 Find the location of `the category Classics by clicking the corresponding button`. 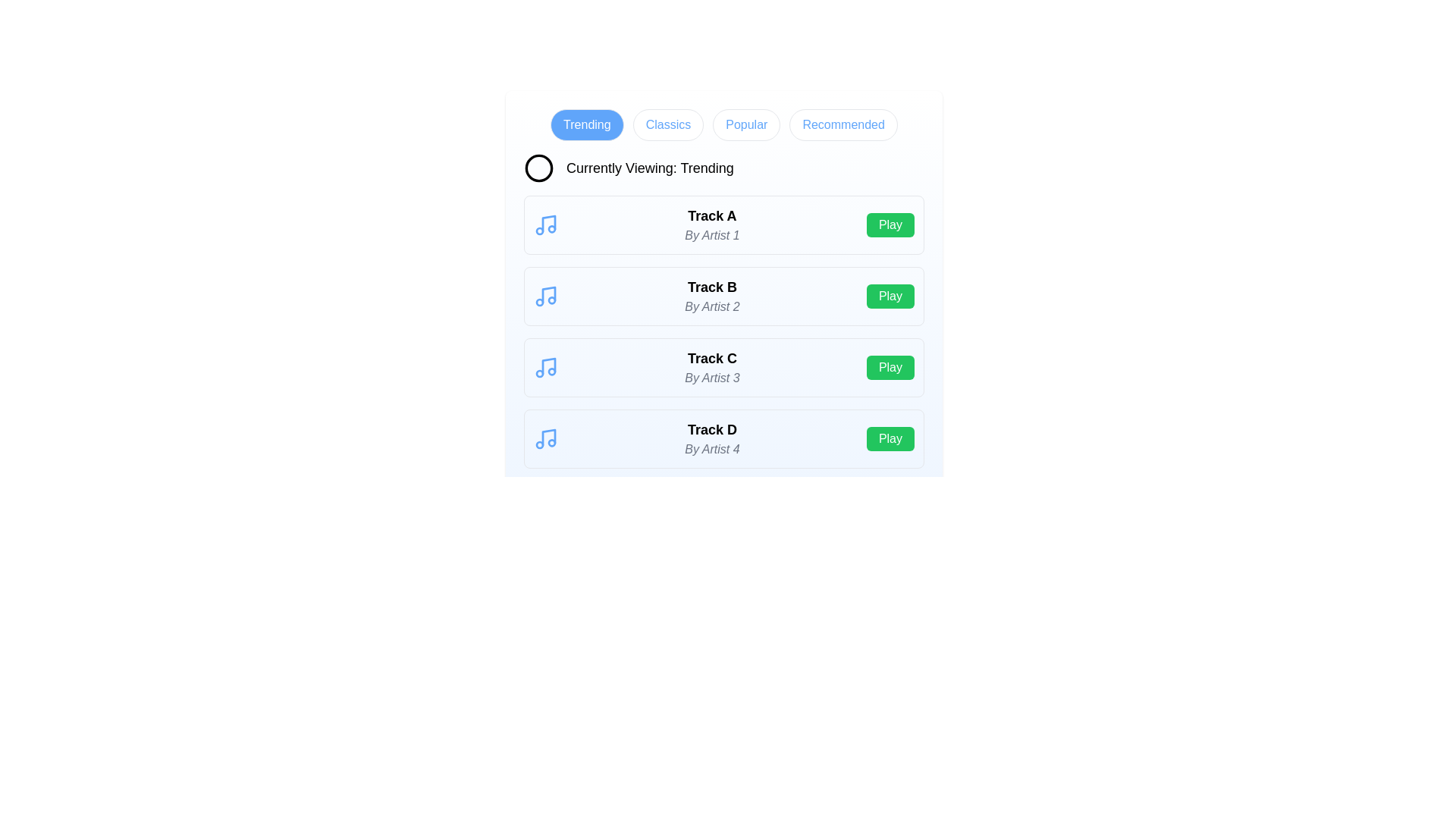

the category Classics by clicking the corresponding button is located at coordinates (667, 124).